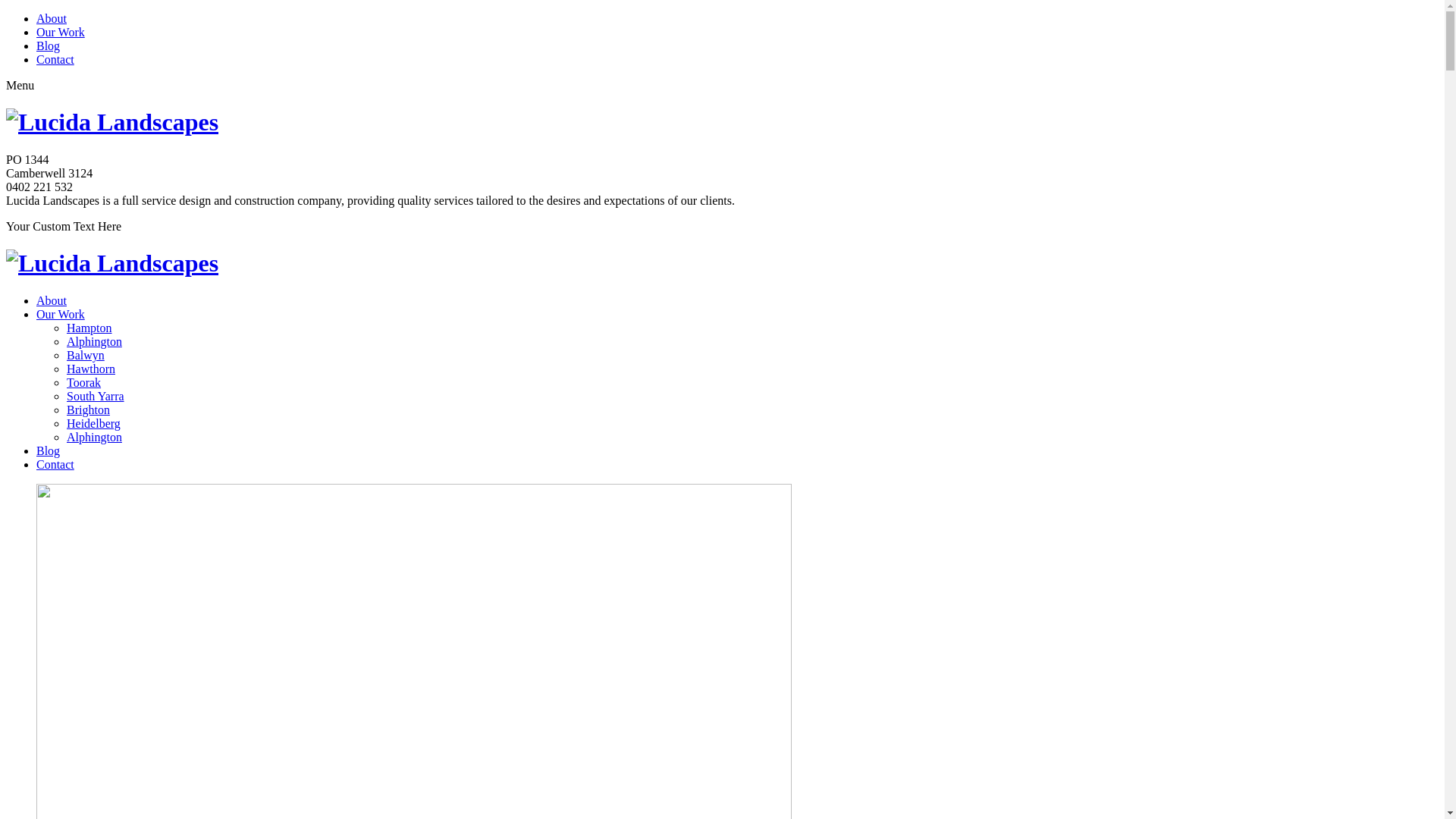  Describe the element at coordinates (51, 300) in the screenshot. I see `'About'` at that location.